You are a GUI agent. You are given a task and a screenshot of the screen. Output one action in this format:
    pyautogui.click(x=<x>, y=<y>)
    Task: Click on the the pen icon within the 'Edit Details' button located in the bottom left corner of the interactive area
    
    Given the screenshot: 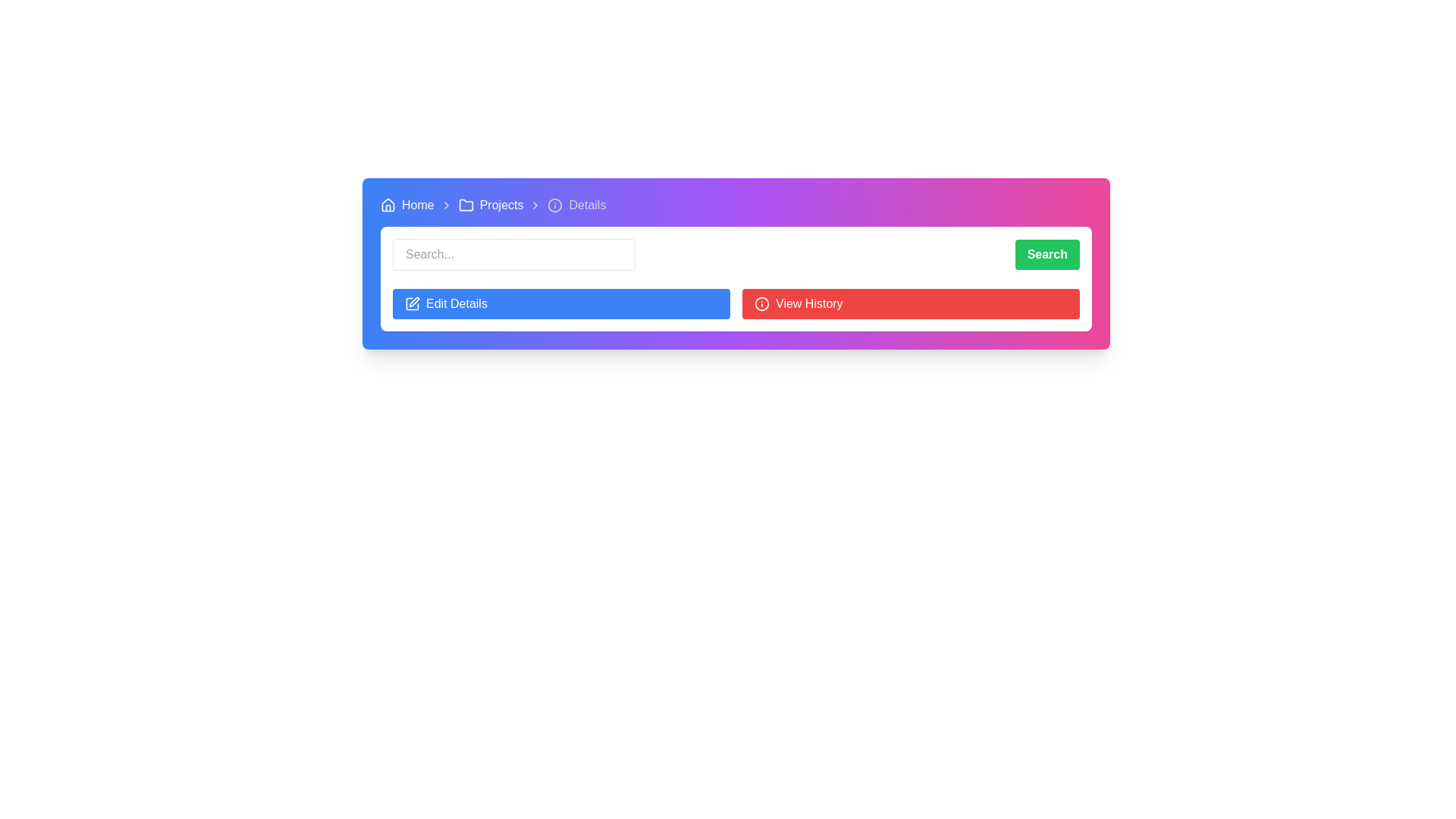 What is the action you would take?
    pyautogui.click(x=414, y=302)
    